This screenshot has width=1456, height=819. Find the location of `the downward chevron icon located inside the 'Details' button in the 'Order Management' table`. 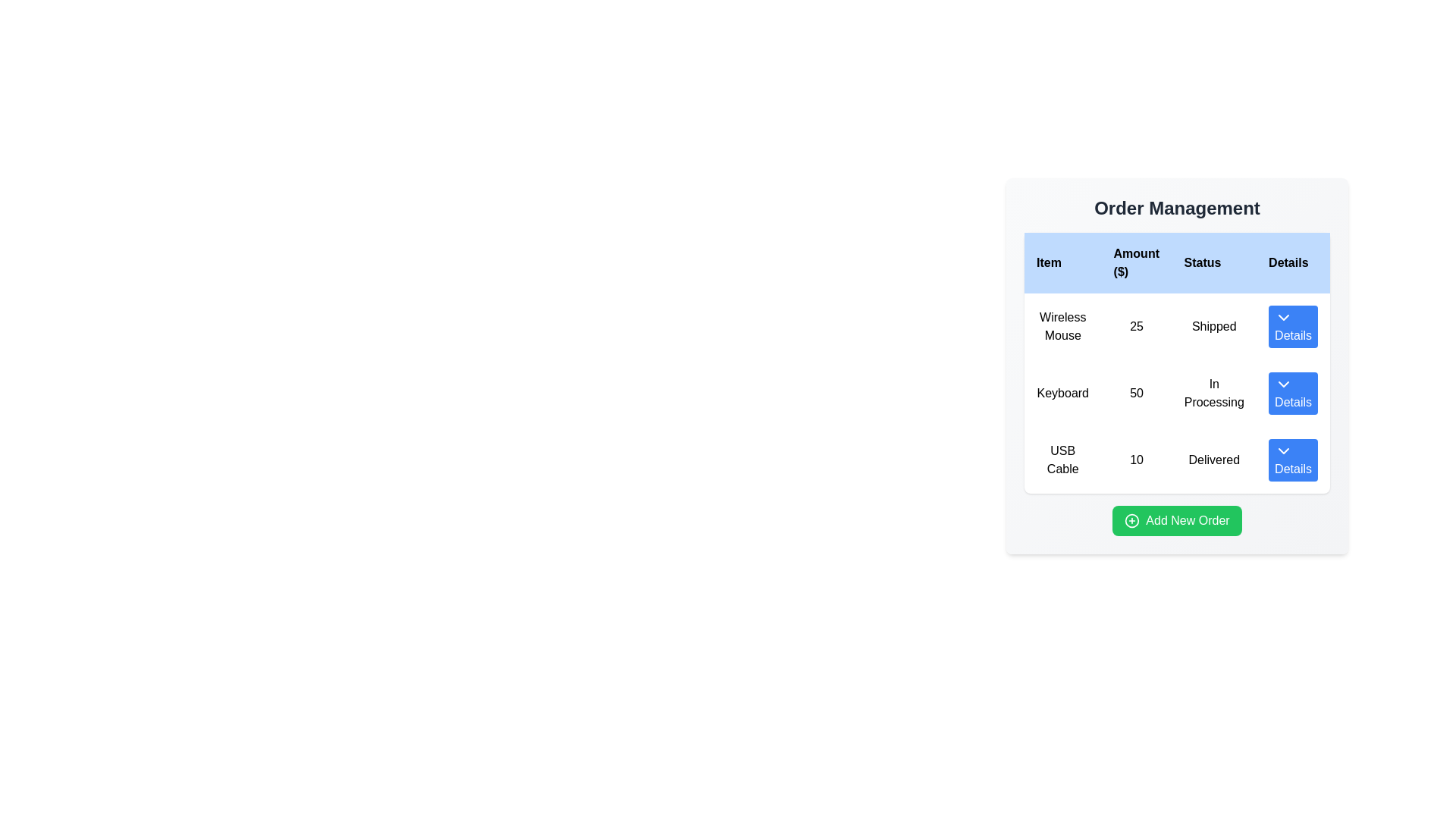

the downward chevron icon located inside the 'Details' button in the 'Order Management' table is located at coordinates (1283, 383).